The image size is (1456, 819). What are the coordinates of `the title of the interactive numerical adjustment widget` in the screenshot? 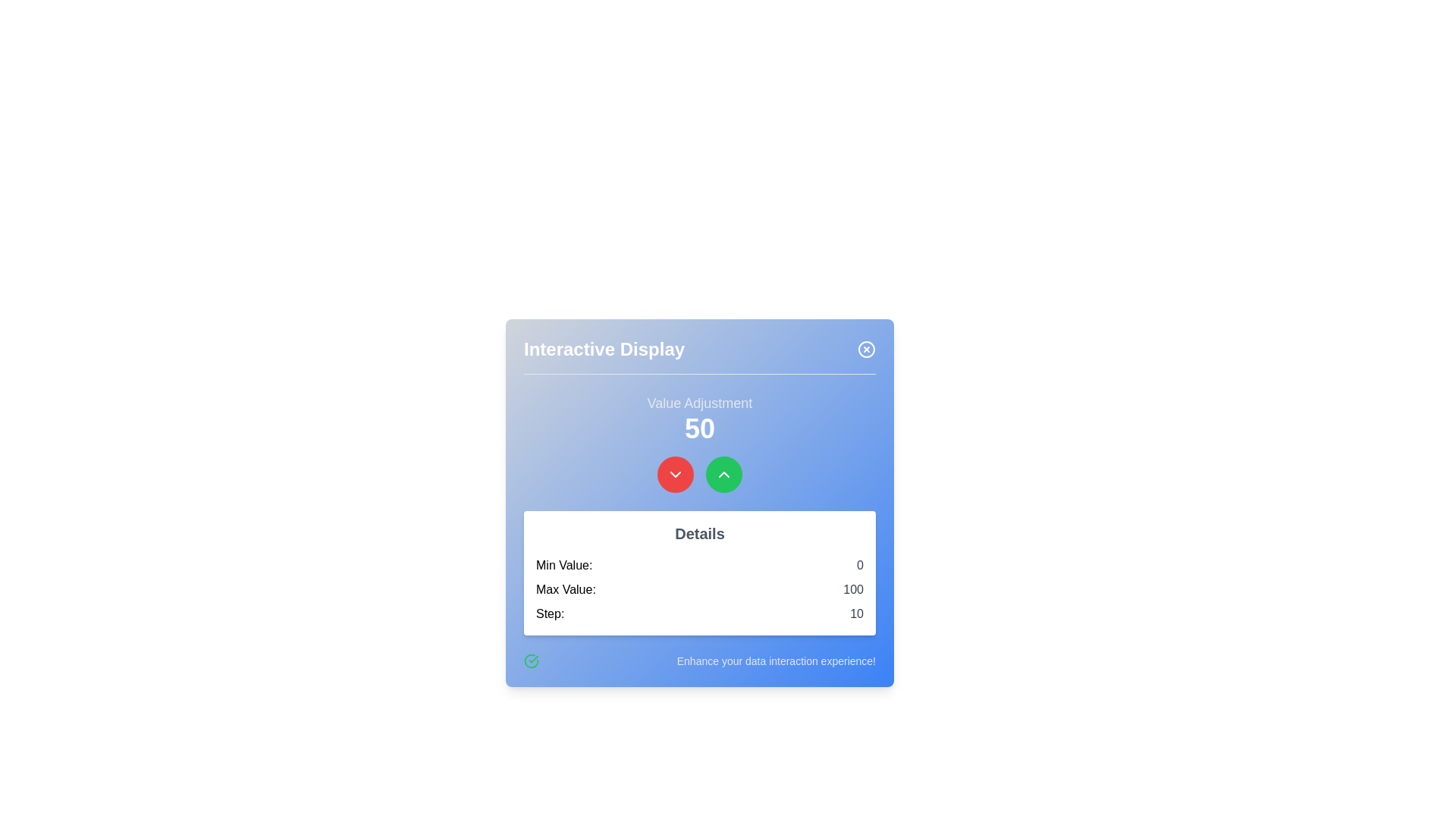 It's located at (698, 503).